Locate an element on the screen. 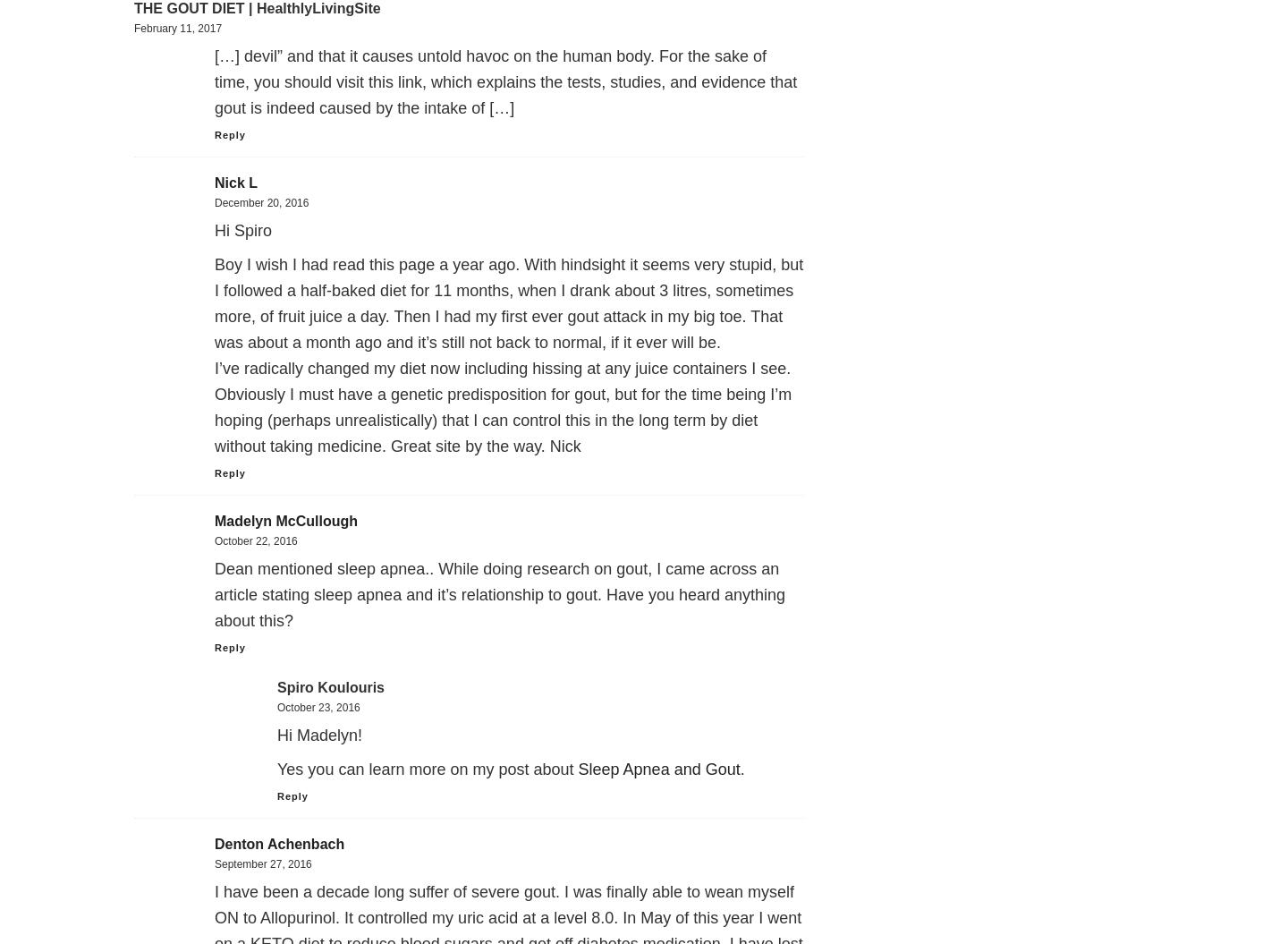 The image size is (1288, 944). '[…] devil” and that it causes untold havoc on the human body. For the sake of time, you should visit this link, which explains the tests, studies, and evidence that gout is indeed caused by the intake of […]' is located at coordinates (505, 81).